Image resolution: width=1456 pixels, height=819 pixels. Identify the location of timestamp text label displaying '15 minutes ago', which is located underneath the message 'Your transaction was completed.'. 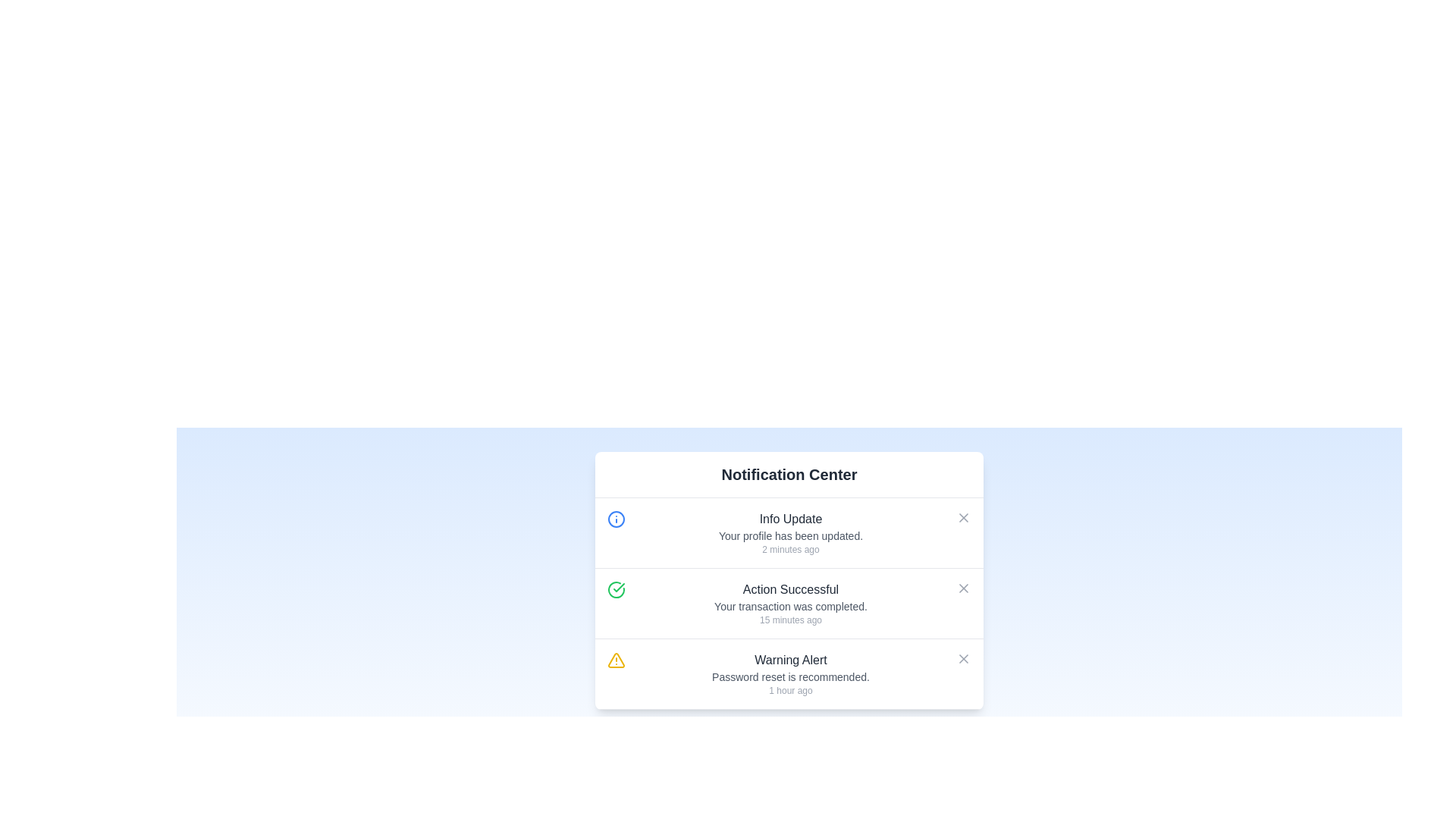
(789, 620).